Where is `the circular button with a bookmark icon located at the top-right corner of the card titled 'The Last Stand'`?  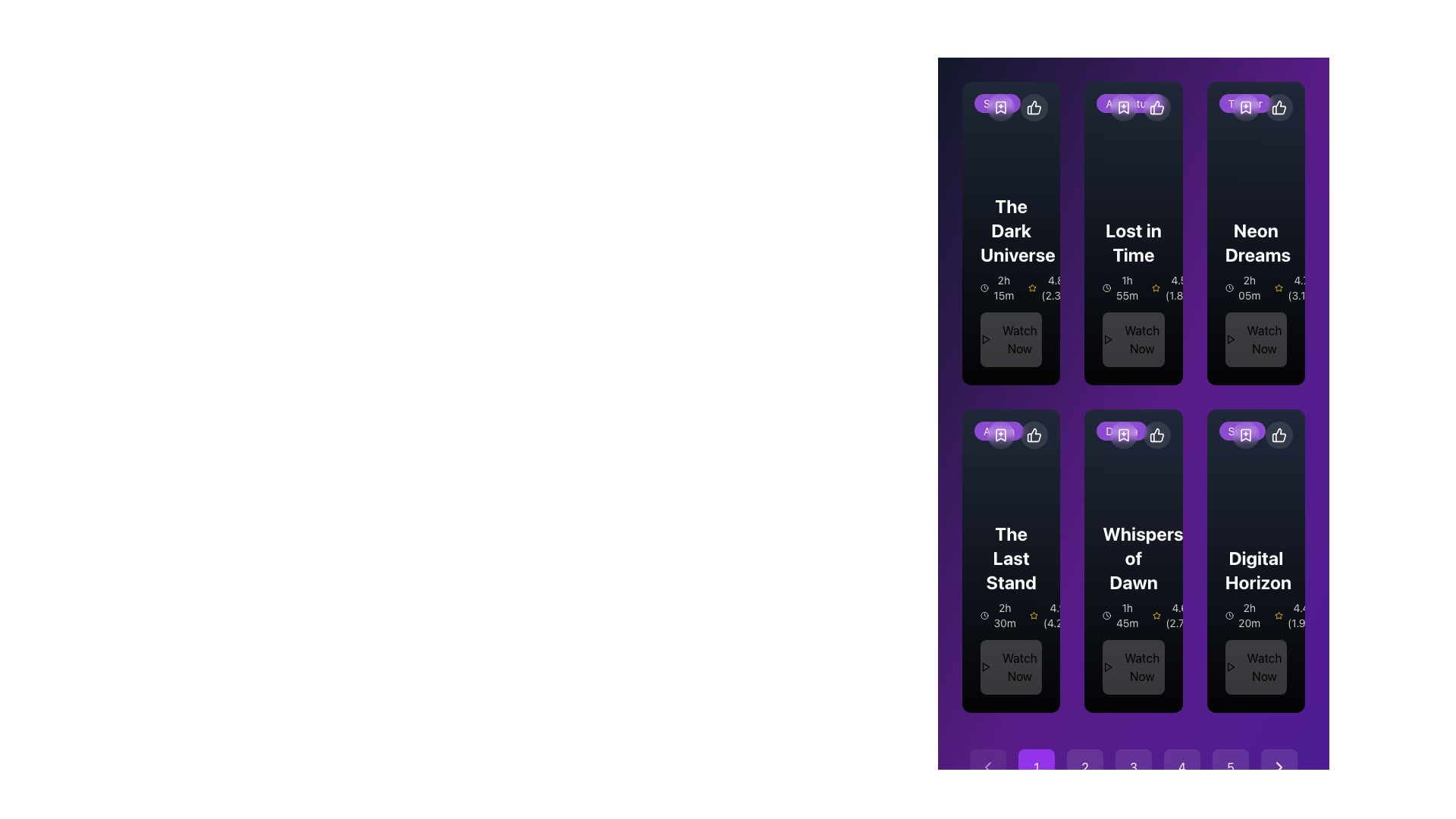 the circular button with a bookmark icon located at the top-right corner of the card titled 'The Last Stand' is located at coordinates (1018, 435).